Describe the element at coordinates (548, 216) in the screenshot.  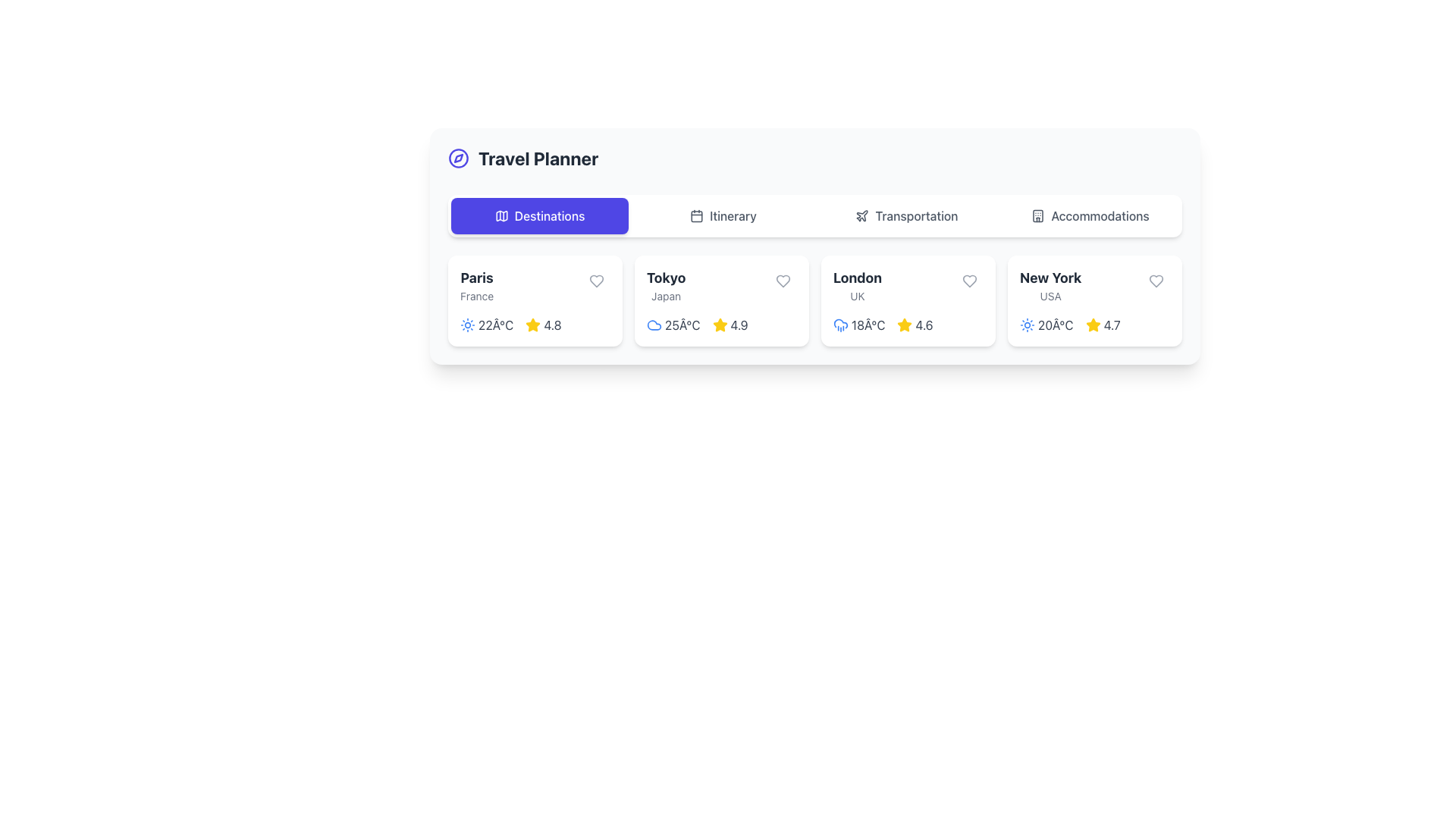
I see `the text label element that displays 'Destinations' in the top navigation bar` at that location.